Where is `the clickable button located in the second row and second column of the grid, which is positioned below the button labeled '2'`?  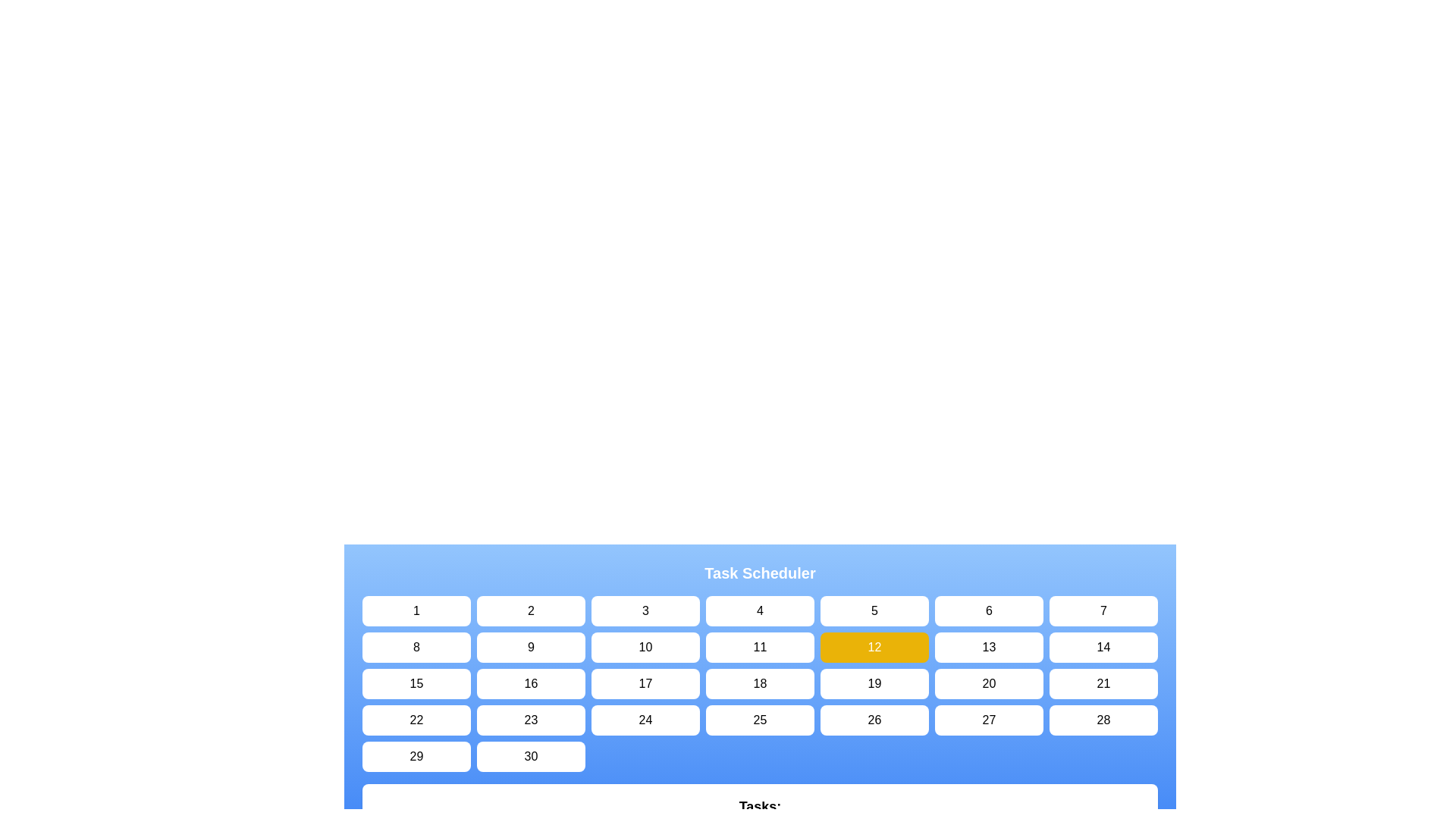
the clickable button located in the second row and second column of the grid, which is positioned below the button labeled '2' is located at coordinates (531, 647).